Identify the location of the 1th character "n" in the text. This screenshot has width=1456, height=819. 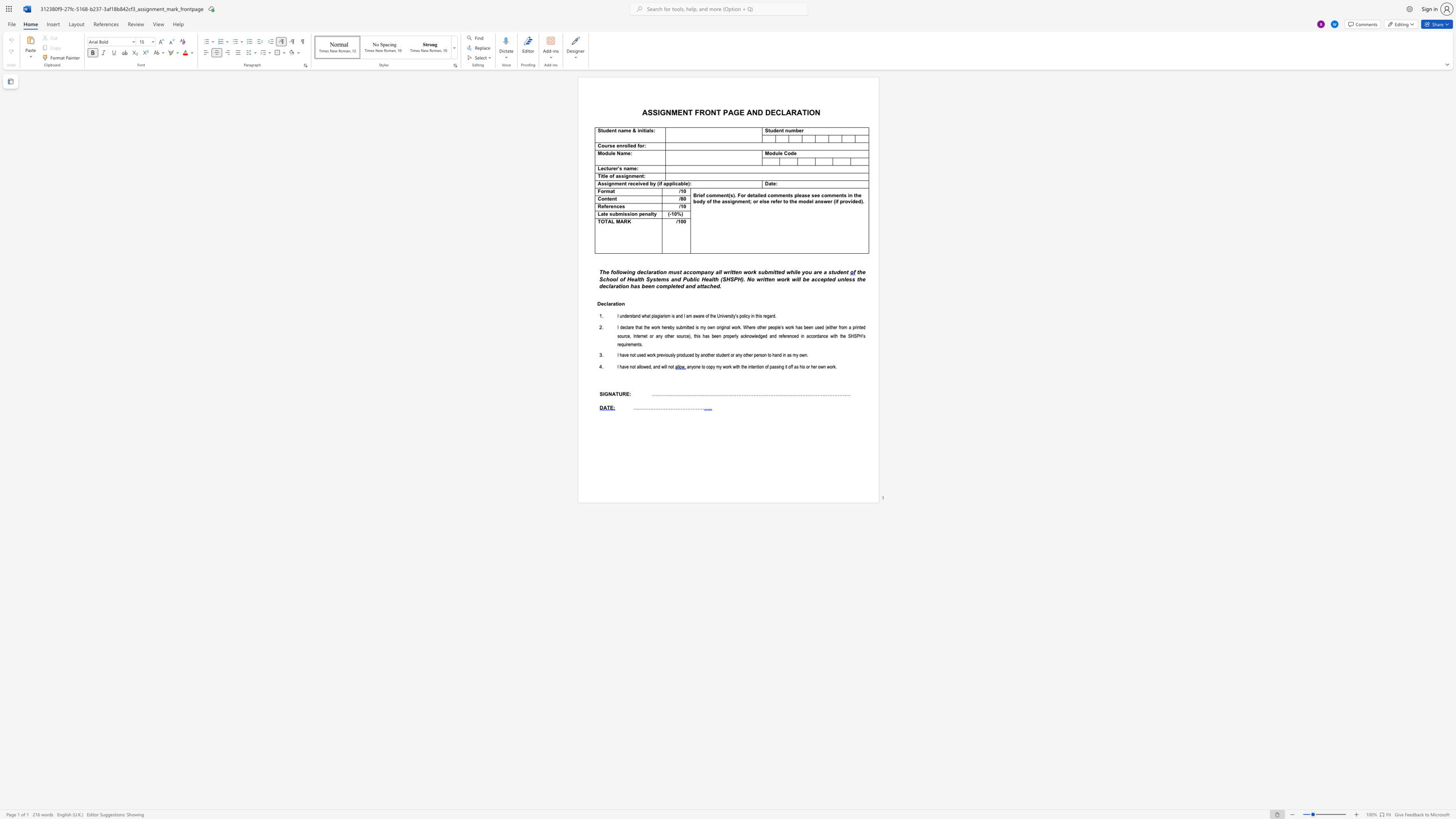
(780, 130).